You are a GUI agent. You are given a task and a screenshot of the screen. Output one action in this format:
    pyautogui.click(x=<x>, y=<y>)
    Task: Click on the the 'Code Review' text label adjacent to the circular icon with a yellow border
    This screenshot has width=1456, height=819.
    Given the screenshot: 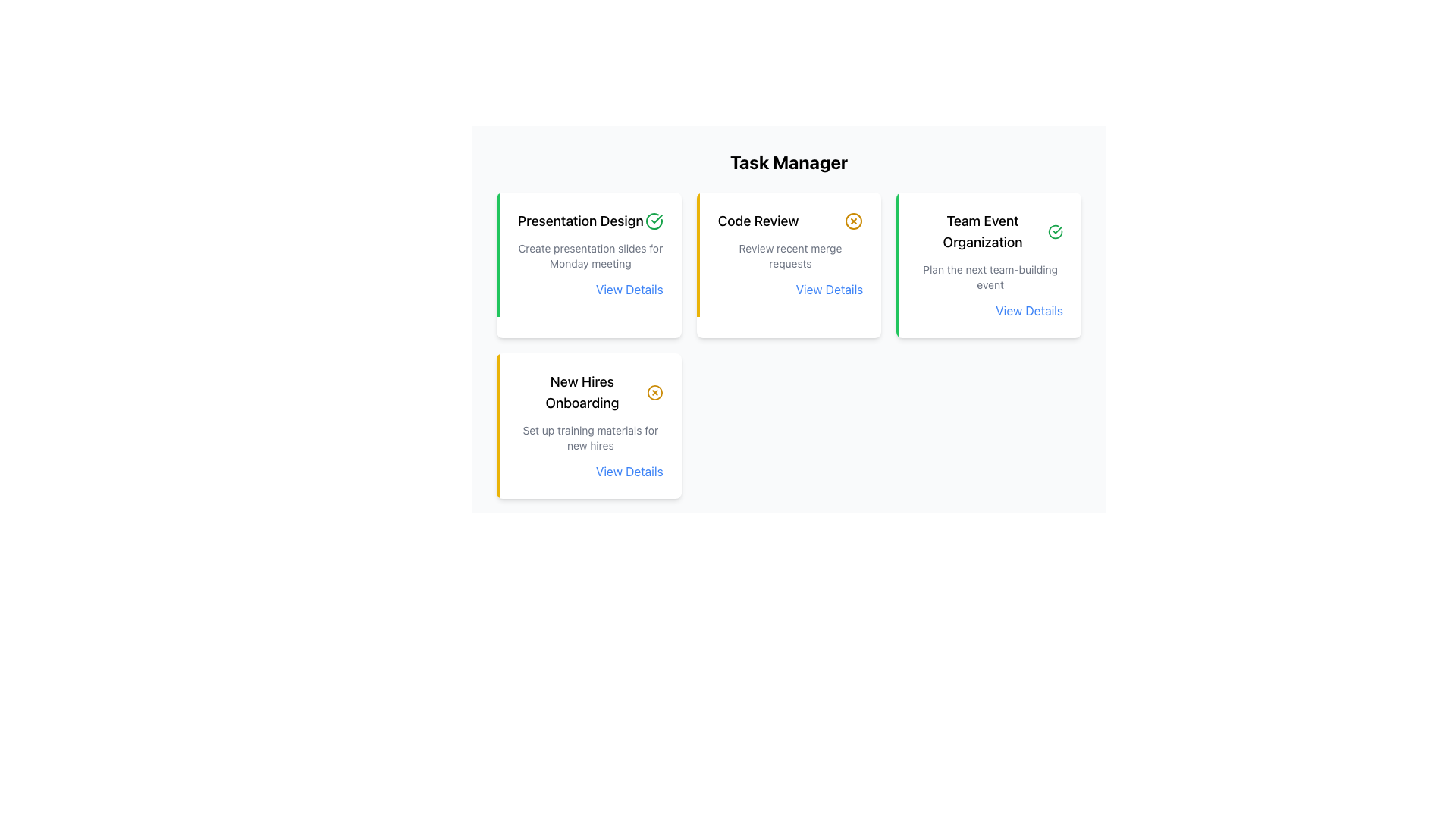 What is the action you would take?
    pyautogui.click(x=789, y=221)
    